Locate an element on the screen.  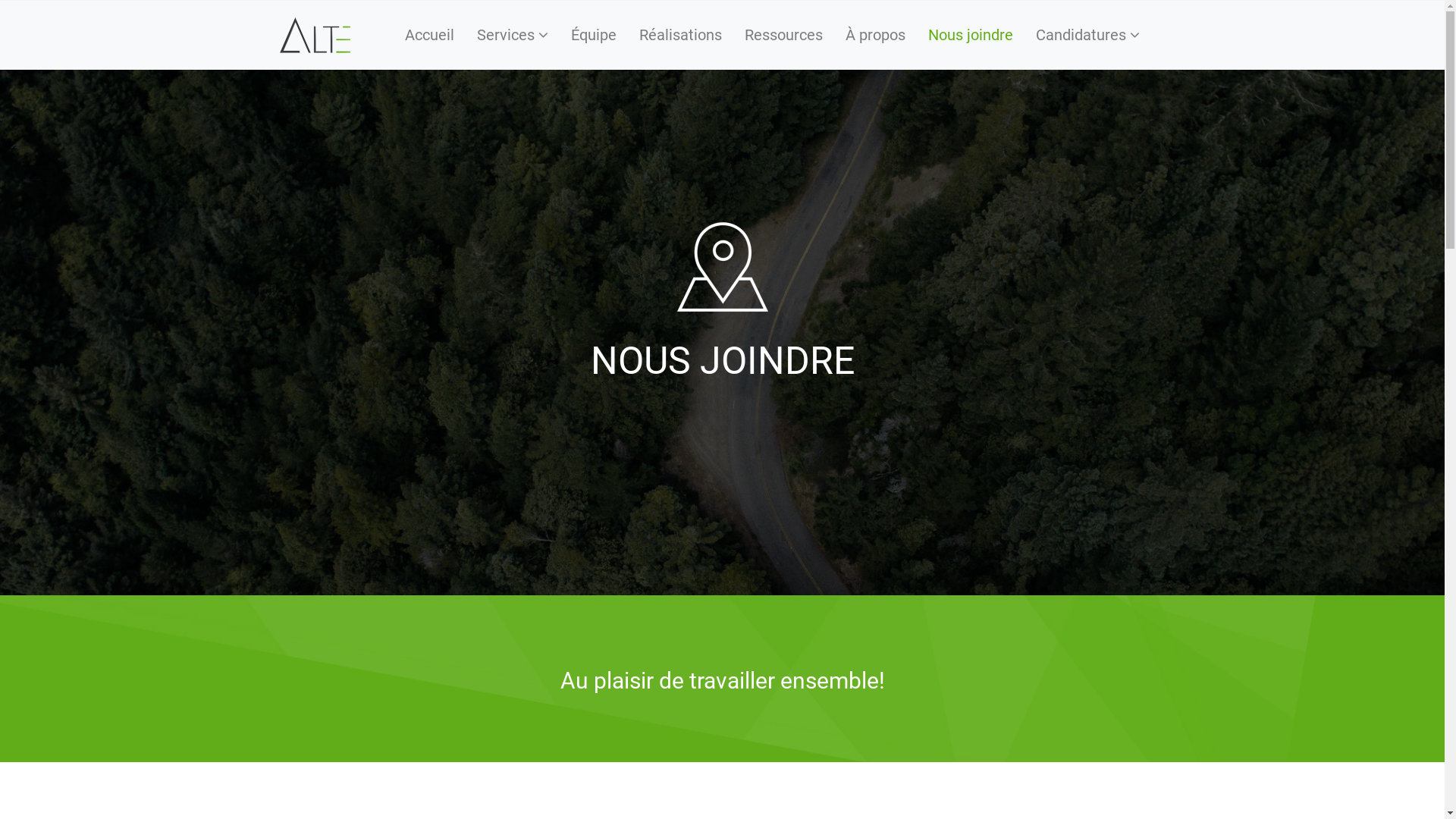
'Services' is located at coordinates (513, 34).